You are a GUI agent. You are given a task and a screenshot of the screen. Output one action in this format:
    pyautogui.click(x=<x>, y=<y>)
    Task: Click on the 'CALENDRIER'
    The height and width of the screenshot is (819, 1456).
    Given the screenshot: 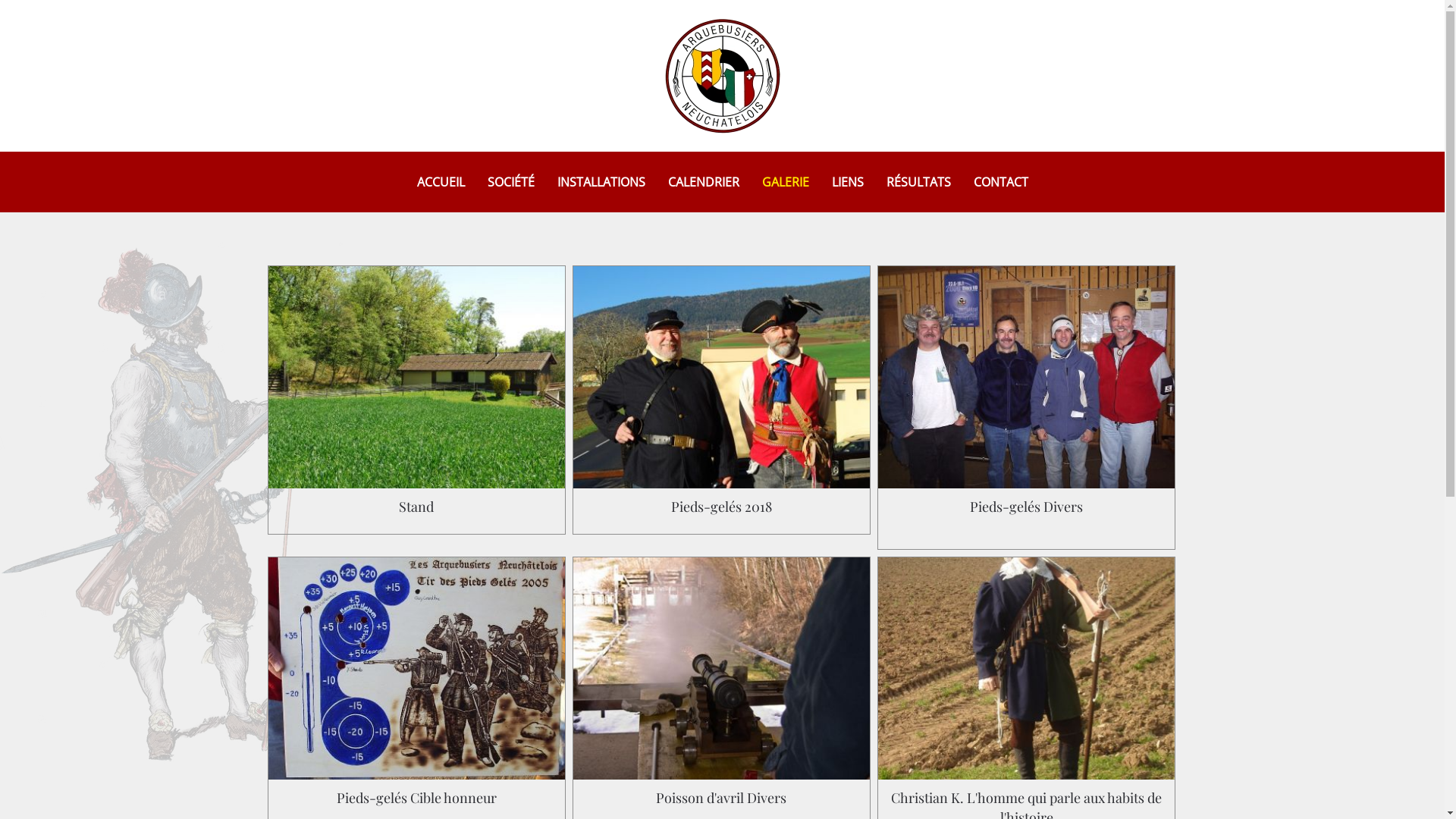 What is the action you would take?
    pyautogui.click(x=701, y=180)
    